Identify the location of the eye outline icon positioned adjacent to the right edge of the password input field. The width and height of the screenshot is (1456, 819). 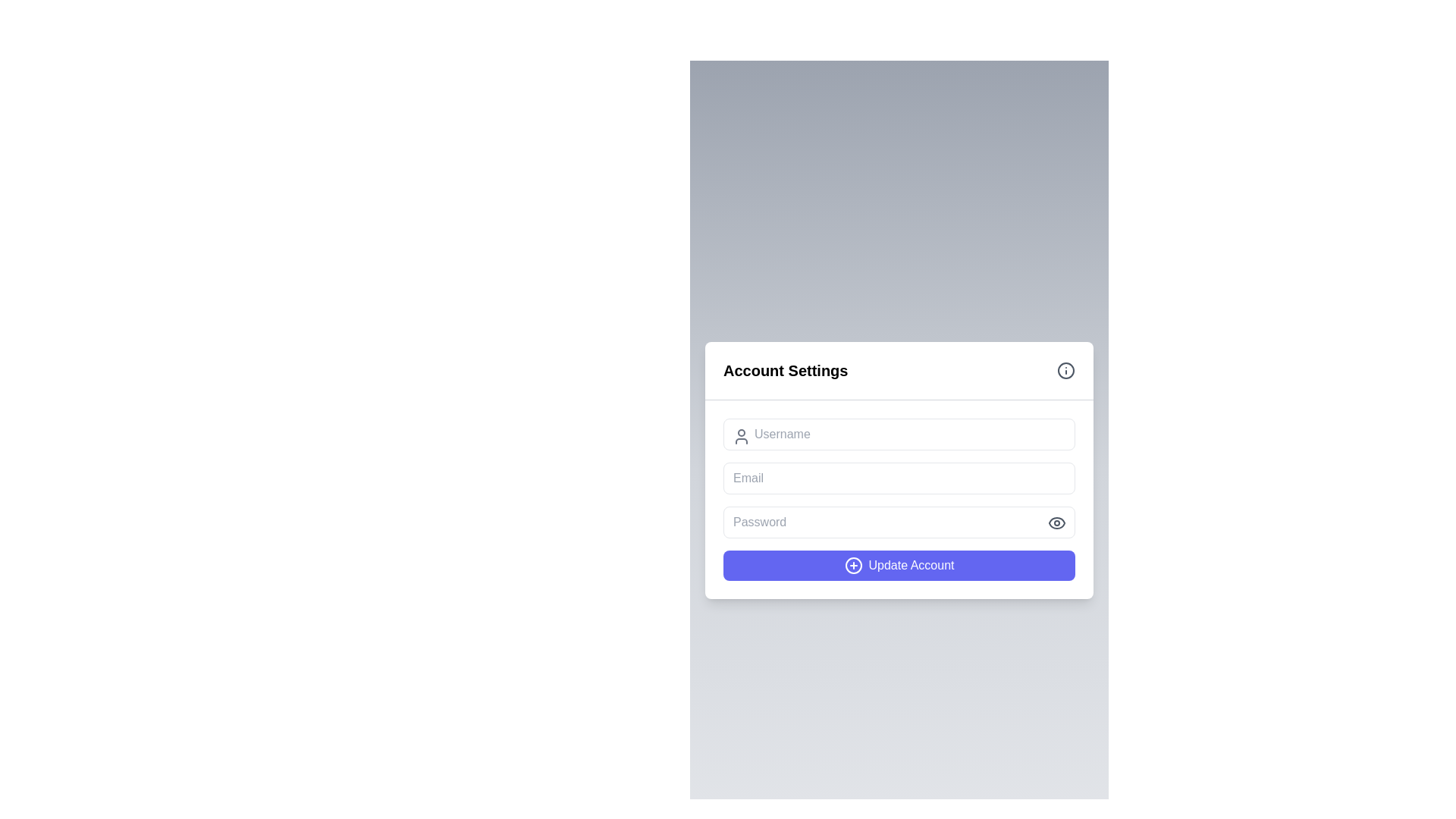
(1056, 522).